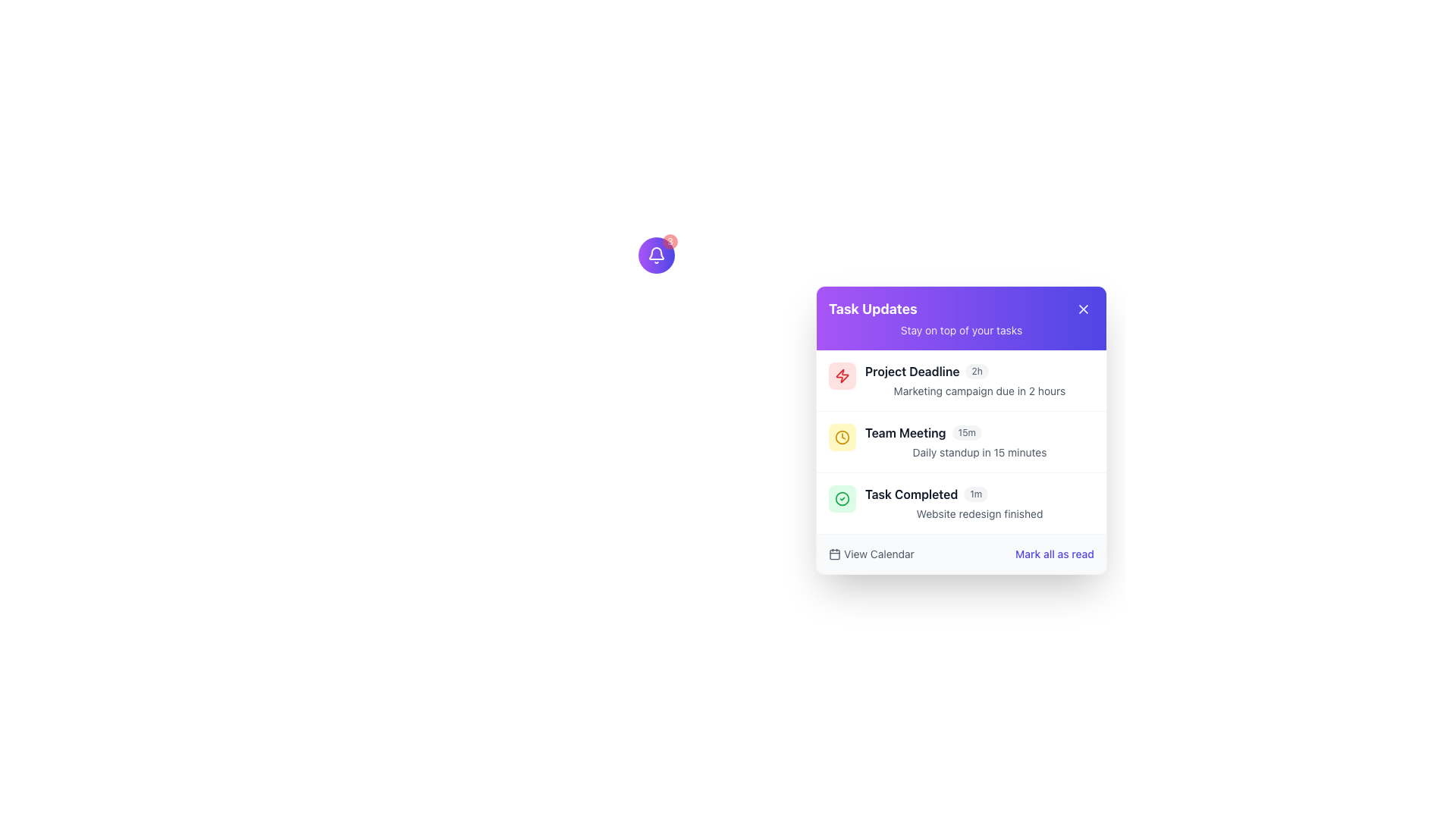 Image resolution: width=1456 pixels, height=819 pixels. What do you see at coordinates (979, 432) in the screenshot?
I see `the second notification entry in the 'Task Updates' section` at bounding box center [979, 432].